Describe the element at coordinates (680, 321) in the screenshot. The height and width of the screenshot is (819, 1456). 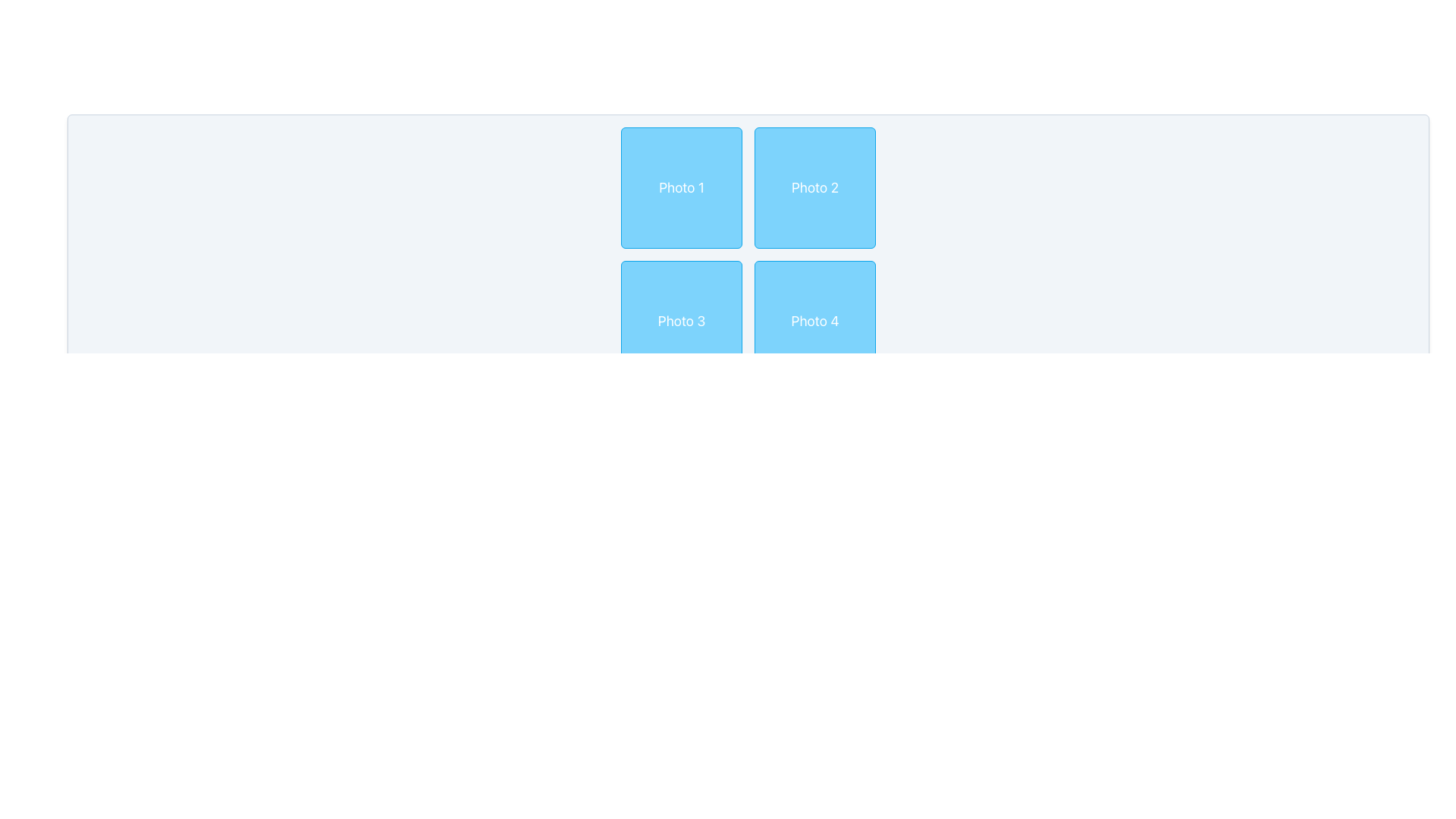
I see `the static label 'Photo 3' which is a square-shaped box with rounded corners, sky-blue background, white border, and centered text` at that location.